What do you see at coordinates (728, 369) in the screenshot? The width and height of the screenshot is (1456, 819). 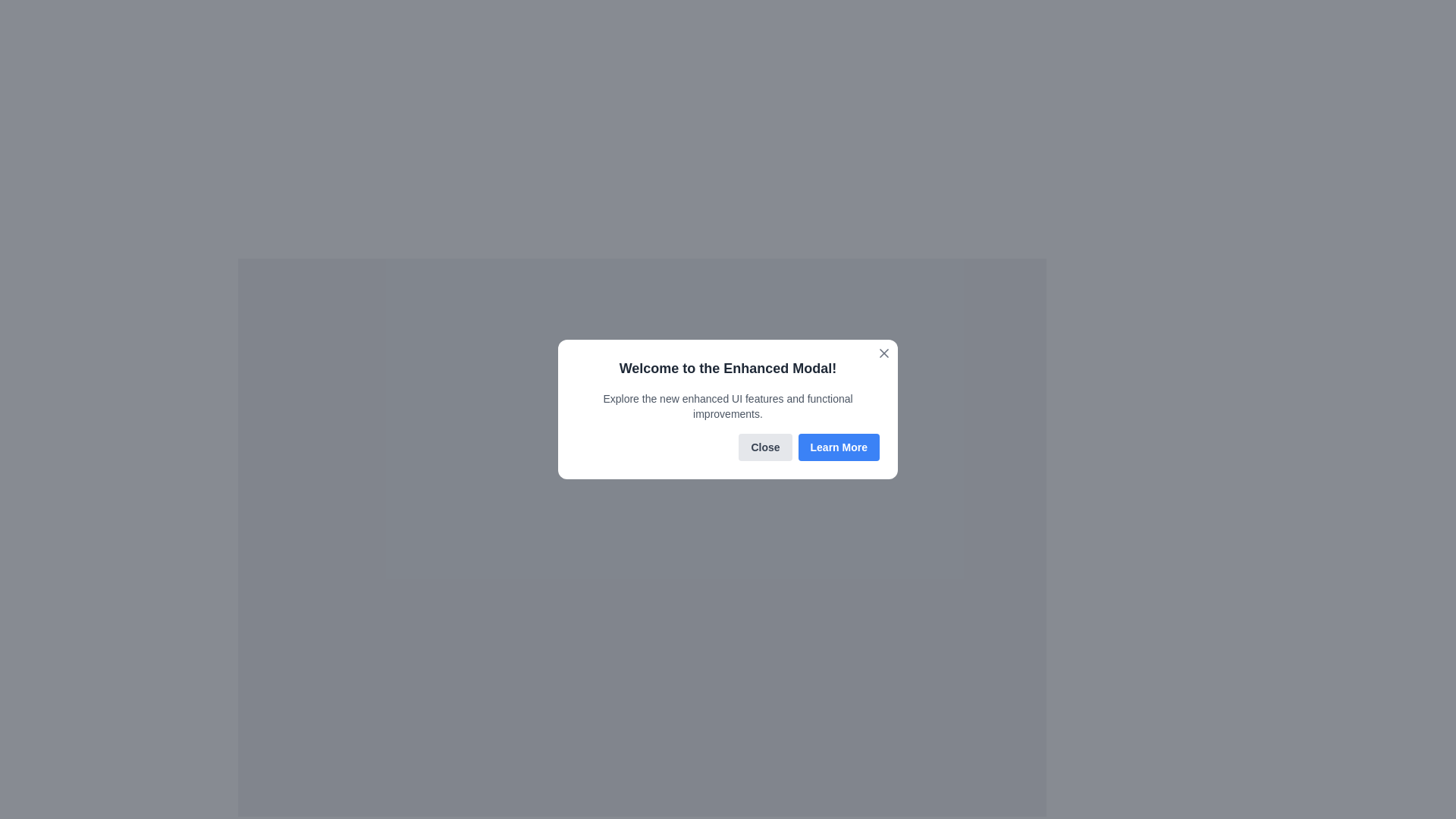 I see `title text element located at the top center of the modal dialog, which introduces the modal's content` at bounding box center [728, 369].